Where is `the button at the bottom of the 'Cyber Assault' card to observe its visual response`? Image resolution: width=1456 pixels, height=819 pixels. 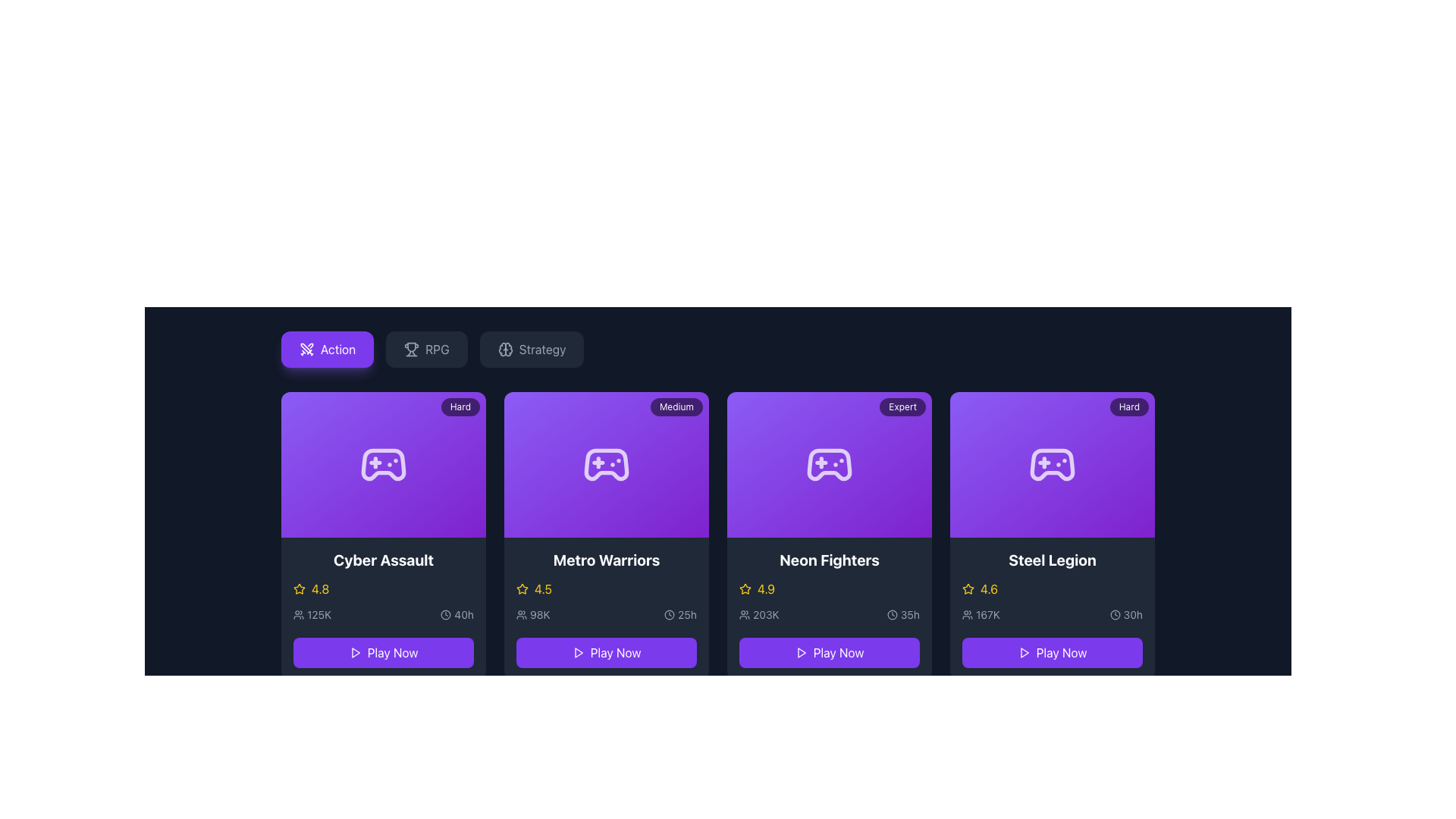
the button at the bottom of the 'Cyber Assault' card to observe its visual response is located at coordinates (383, 648).